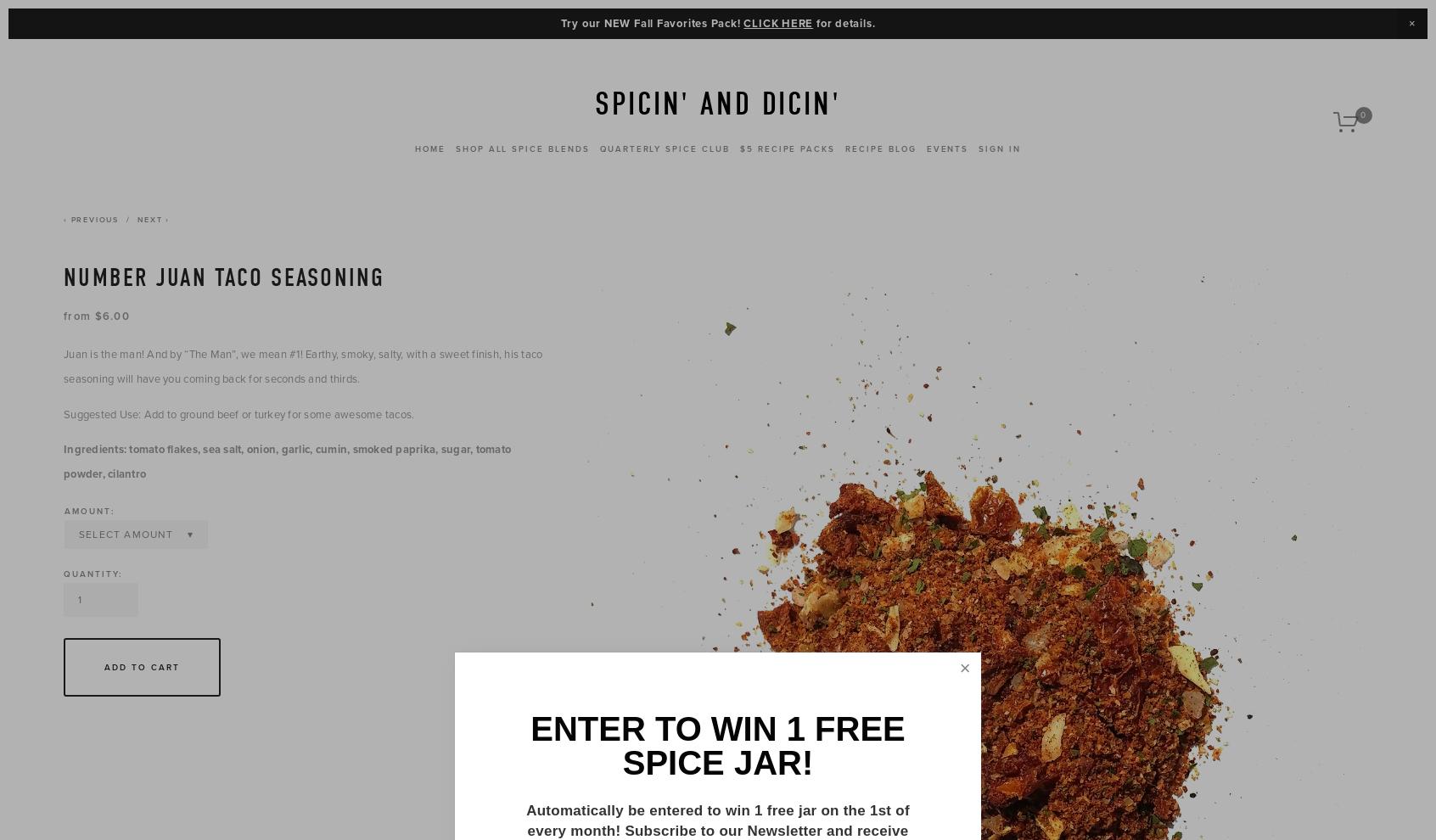  I want to click on 'Suggested Use: Add to ground beef or turkey for some awesome tacos.', so click(238, 413).